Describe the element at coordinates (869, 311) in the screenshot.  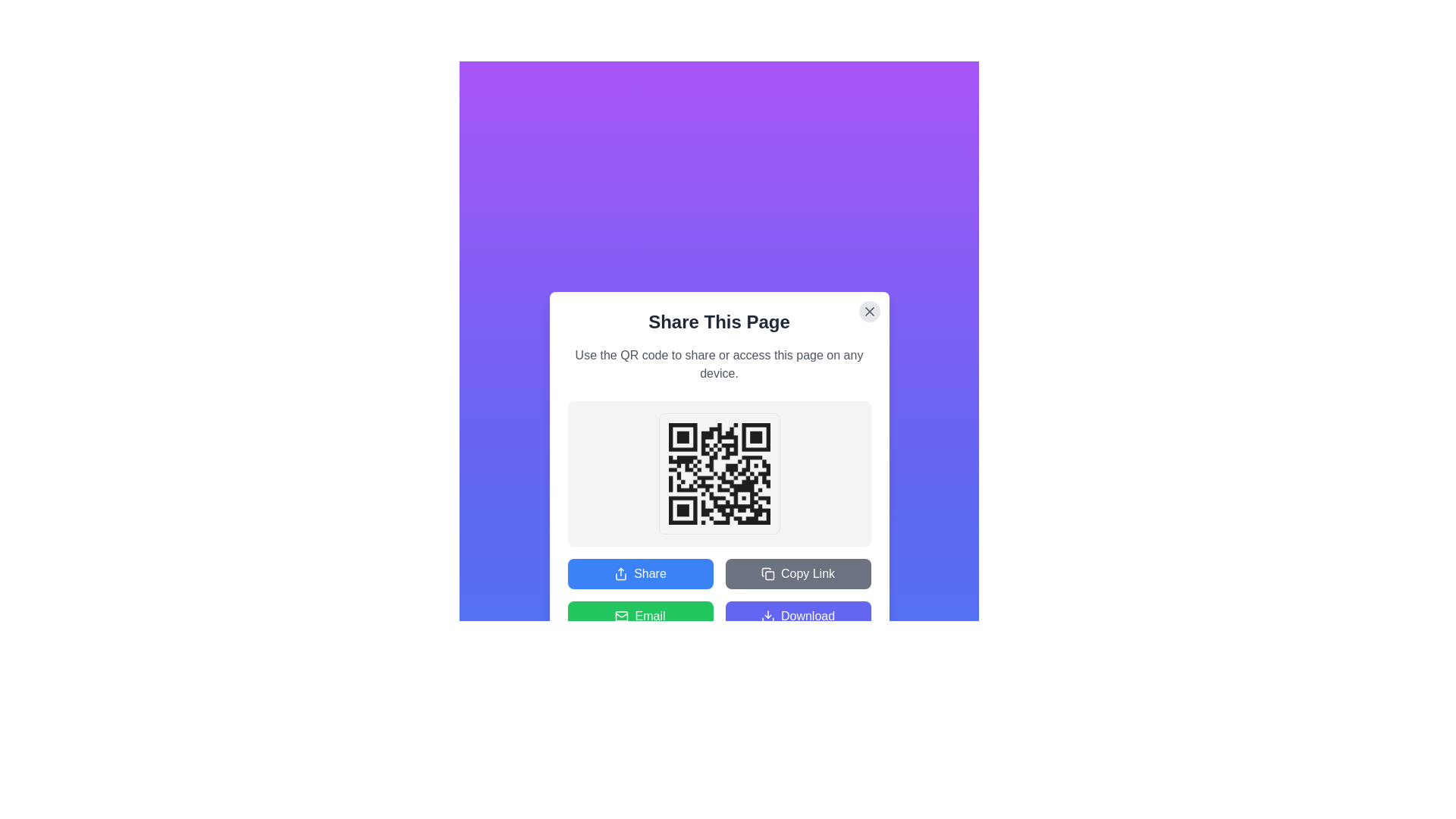
I see `the 'X' icon located in the top-right corner of the 'Share This Page' modal` at that location.